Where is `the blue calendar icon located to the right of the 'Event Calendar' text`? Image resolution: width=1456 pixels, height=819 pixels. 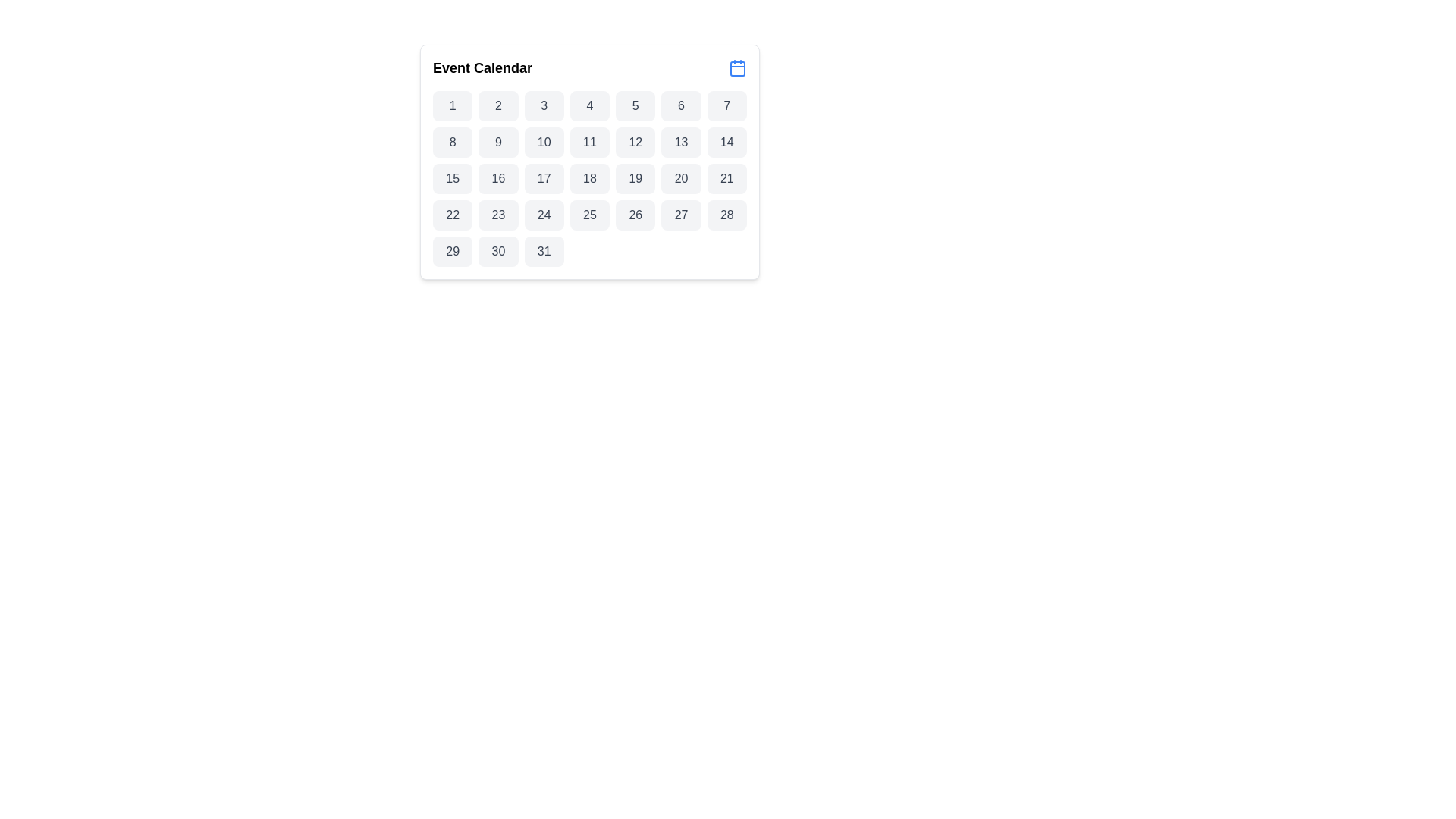 the blue calendar icon located to the right of the 'Event Calendar' text is located at coordinates (738, 67).